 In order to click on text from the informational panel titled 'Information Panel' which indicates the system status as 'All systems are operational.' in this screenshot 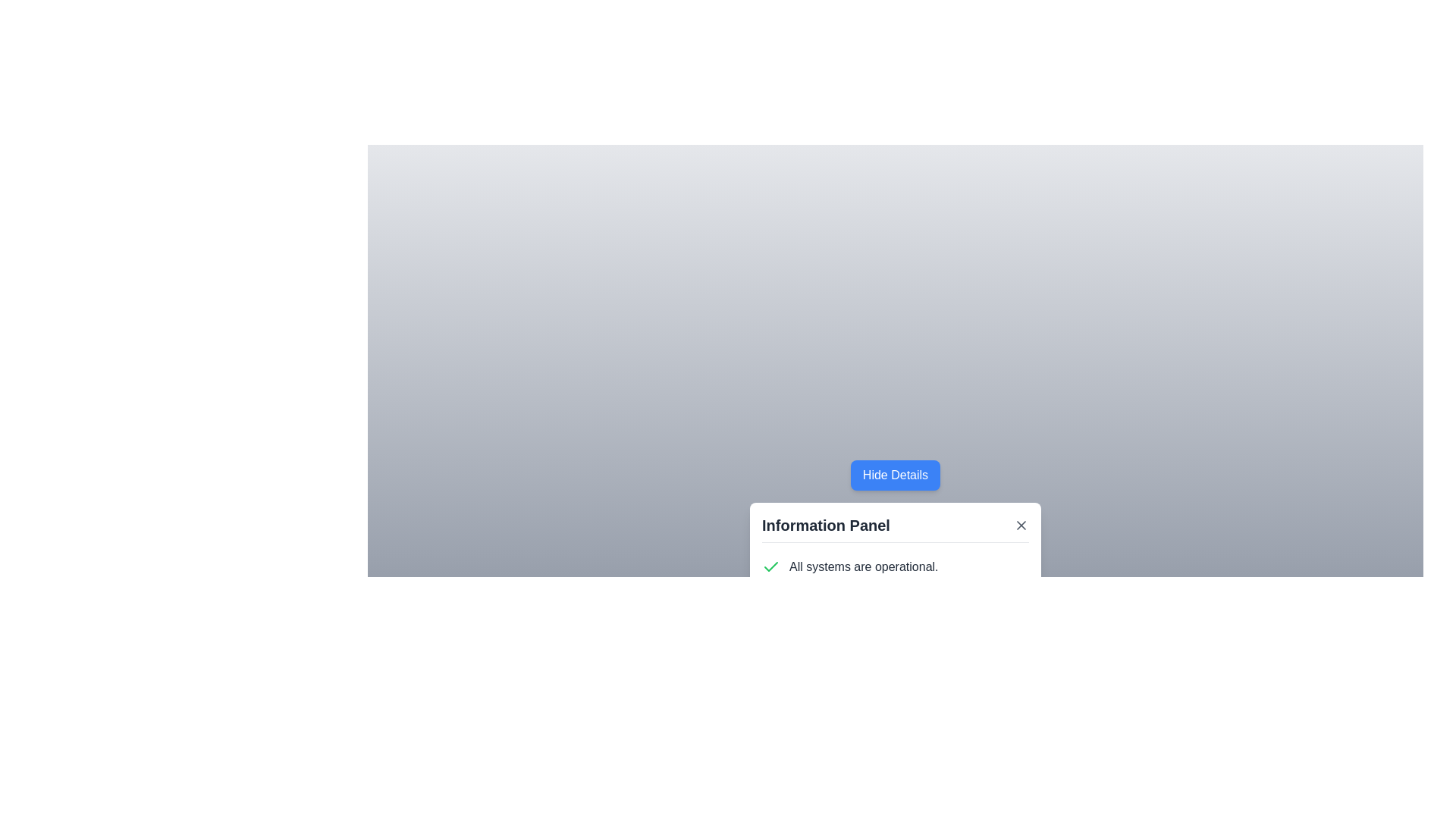, I will do `click(895, 576)`.